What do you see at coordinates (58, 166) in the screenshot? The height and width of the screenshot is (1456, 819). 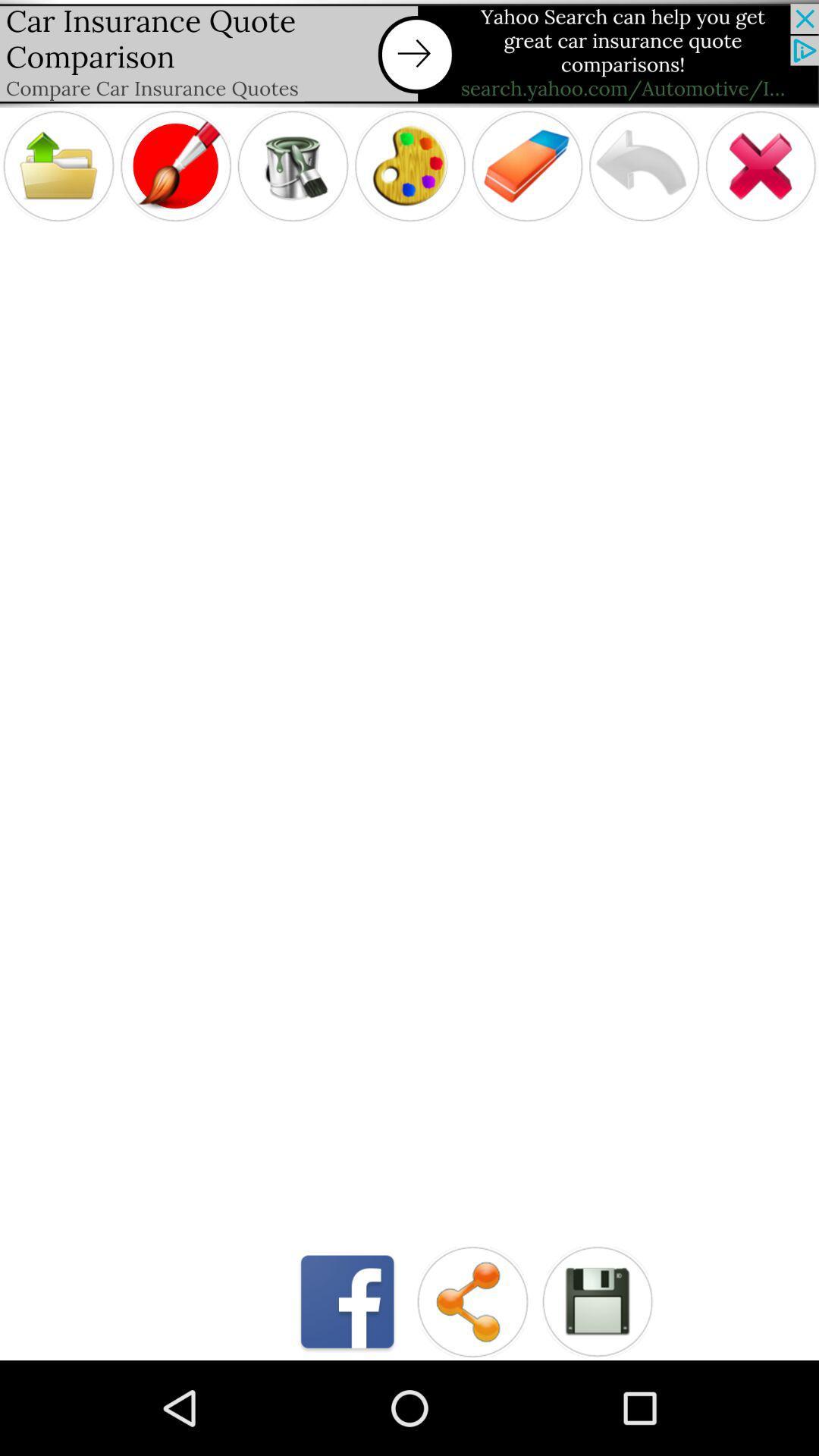 I see `the menu bar` at bounding box center [58, 166].